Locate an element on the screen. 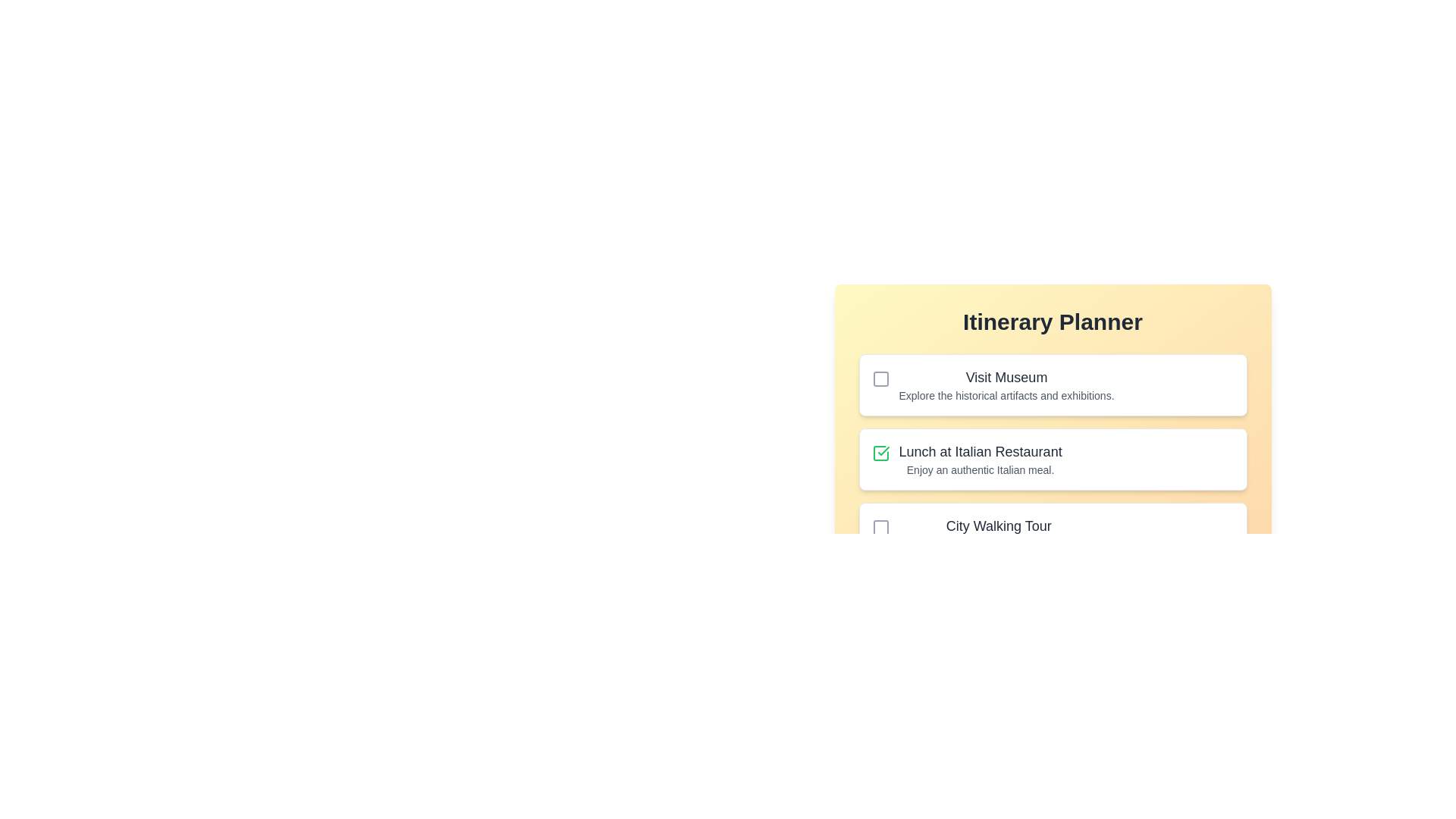  the status icon representing the 'City Walking Tour' task item is located at coordinates (880, 526).